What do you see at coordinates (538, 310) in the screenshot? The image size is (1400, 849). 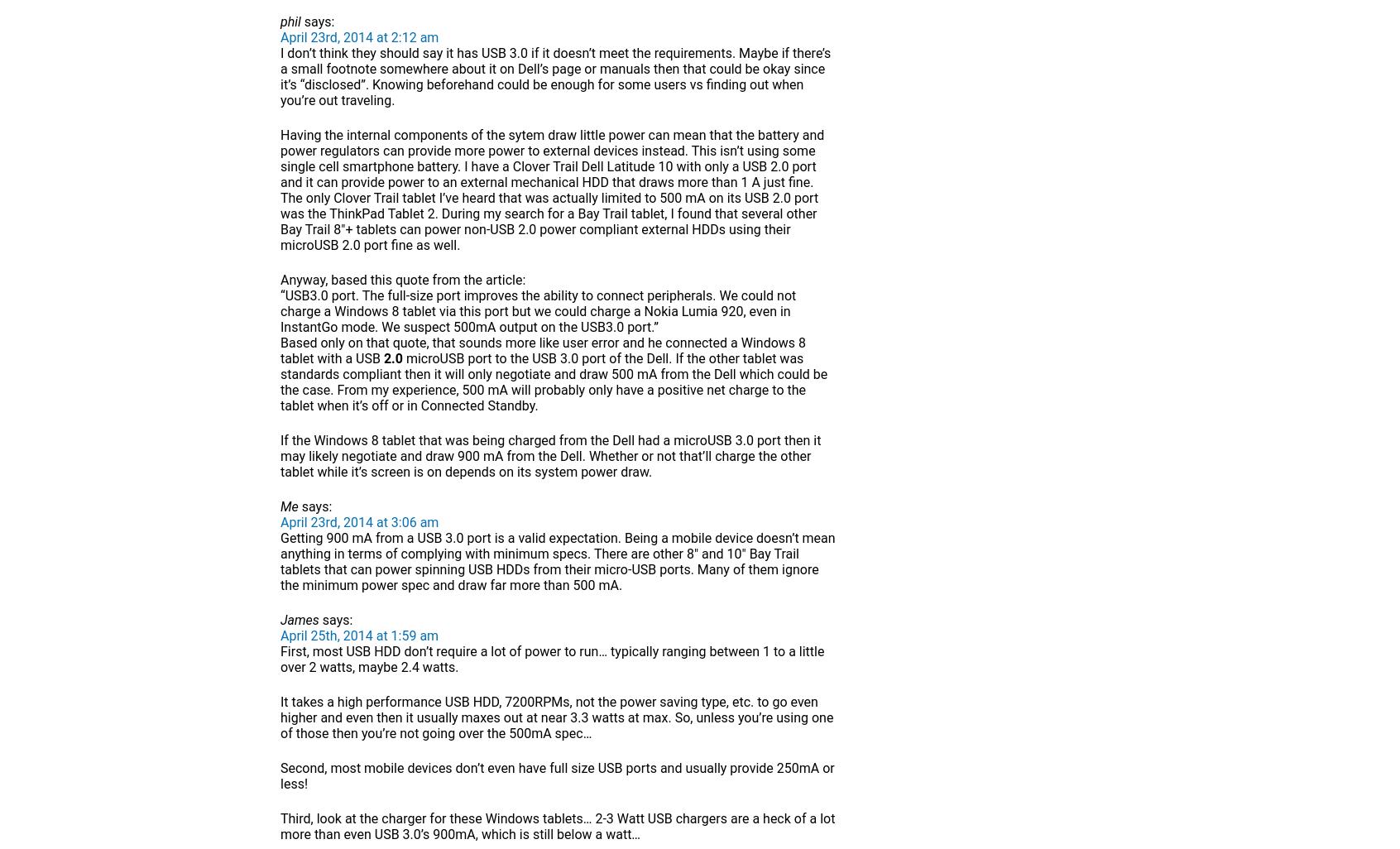 I see `'“USB3.0 port. The full-size port improves the ability to connect peripherals. We could not charge a Windows 8 tablet via this port but we could charge a Nokia Lumia 920, even in InstantGo mode. We suspect 500mA output on the USB3.0 port.”'` at bounding box center [538, 310].